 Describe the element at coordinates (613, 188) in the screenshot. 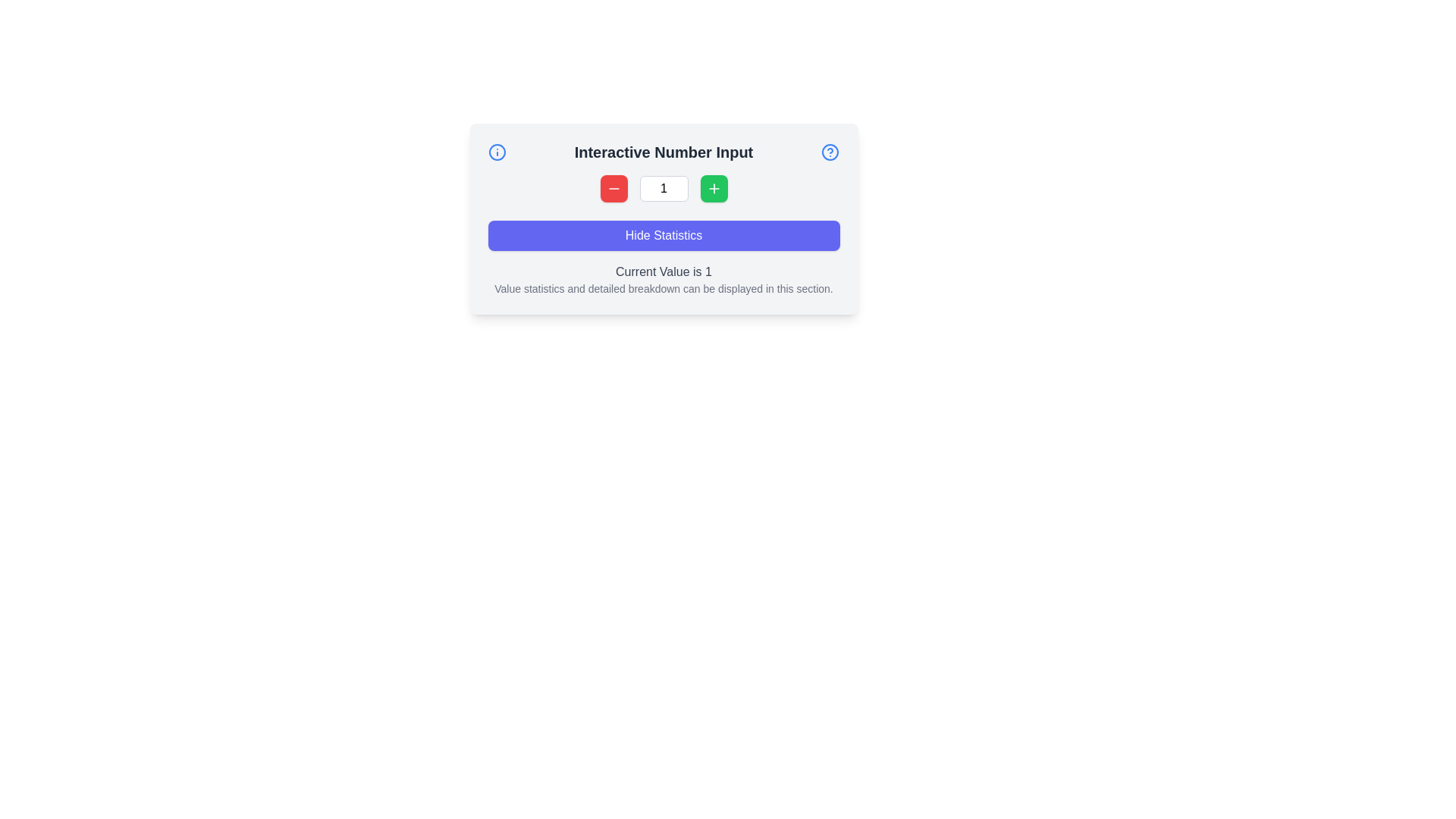

I see `the red square button with rounded corners and a minus symbol (-) to decrease the value` at that location.